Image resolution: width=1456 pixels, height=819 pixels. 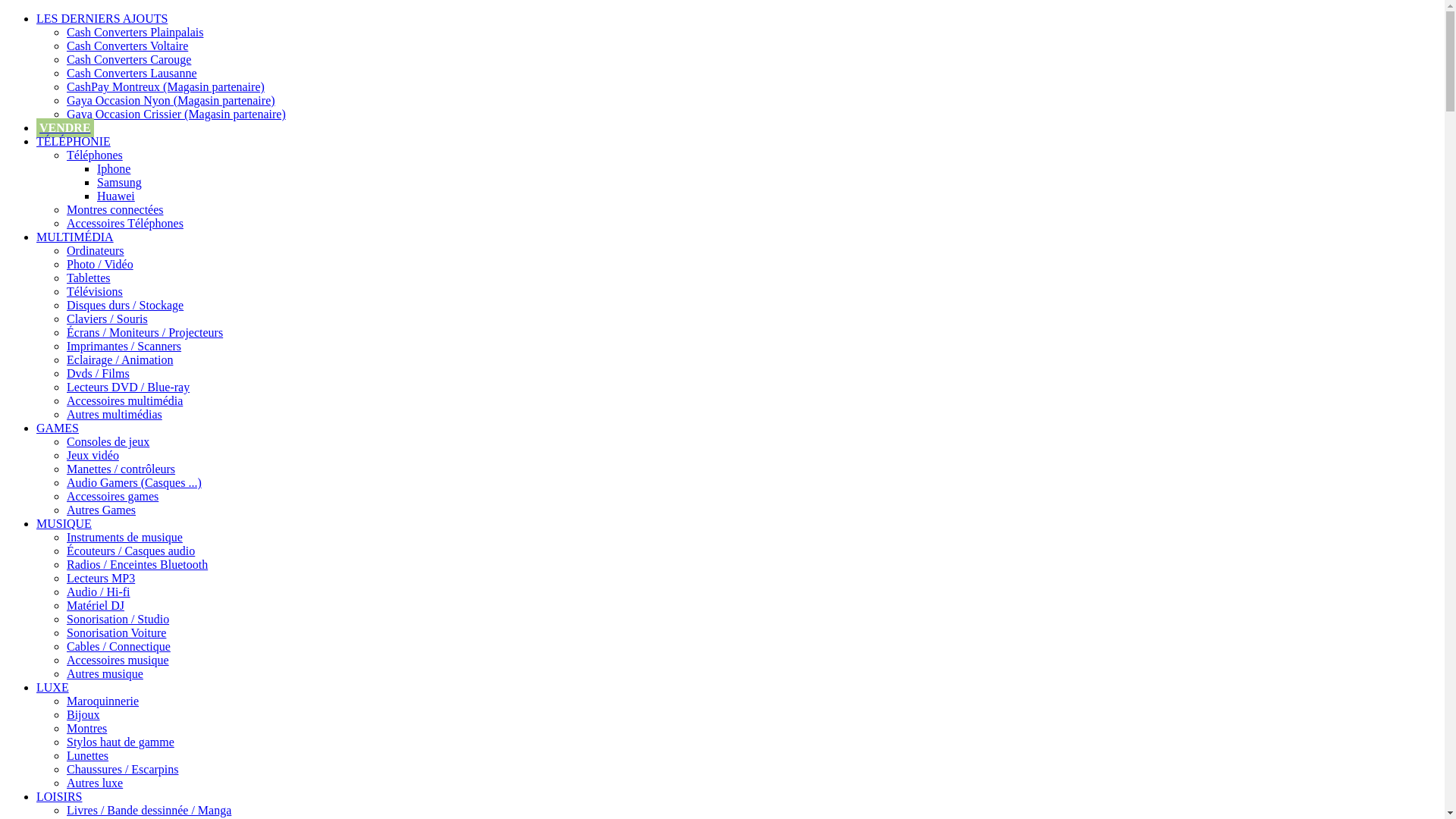 What do you see at coordinates (111, 496) in the screenshot?
I see `'Accessoires games'` at bounding box center [111, 496].